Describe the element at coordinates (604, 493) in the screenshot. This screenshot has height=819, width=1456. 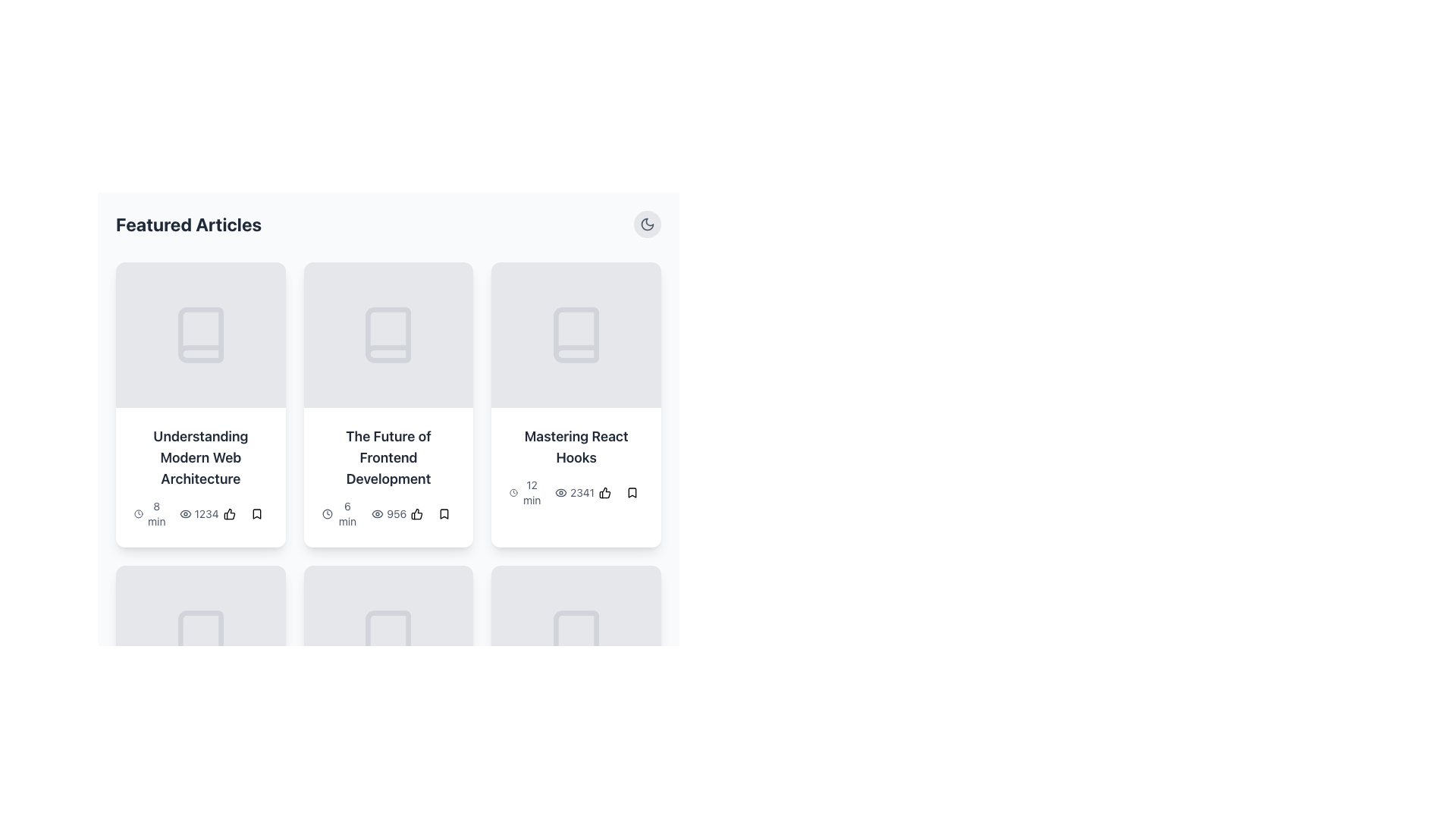
I see `the rounded button with a thumbs-up icon located in the interactive toolbar below the 'Mastering React Hooks' article card for accessibility navigation` at that location.